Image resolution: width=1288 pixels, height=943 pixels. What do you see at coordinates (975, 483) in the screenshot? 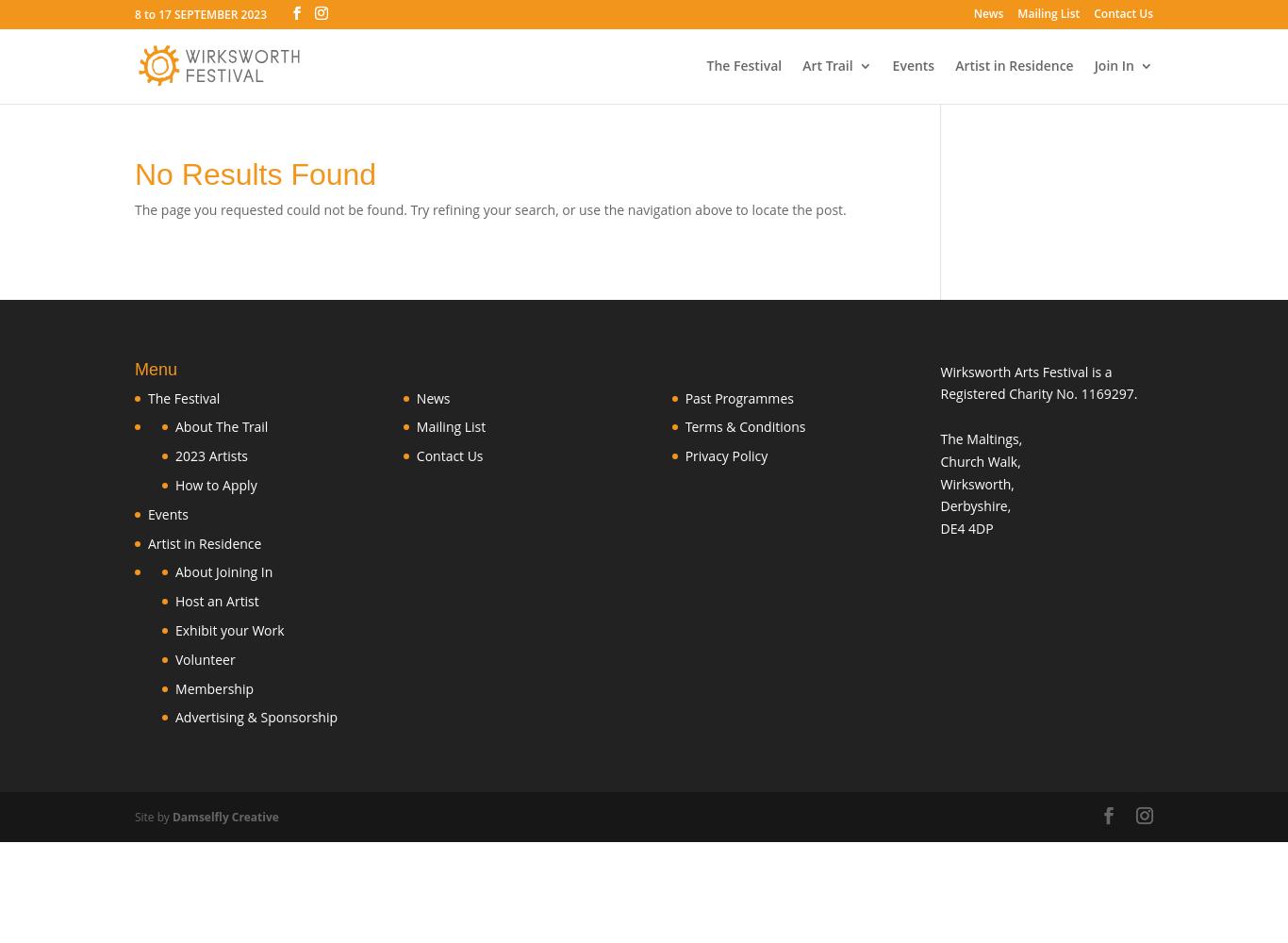
I see `'Wirksworth,'` at bounding box center [975, 483].